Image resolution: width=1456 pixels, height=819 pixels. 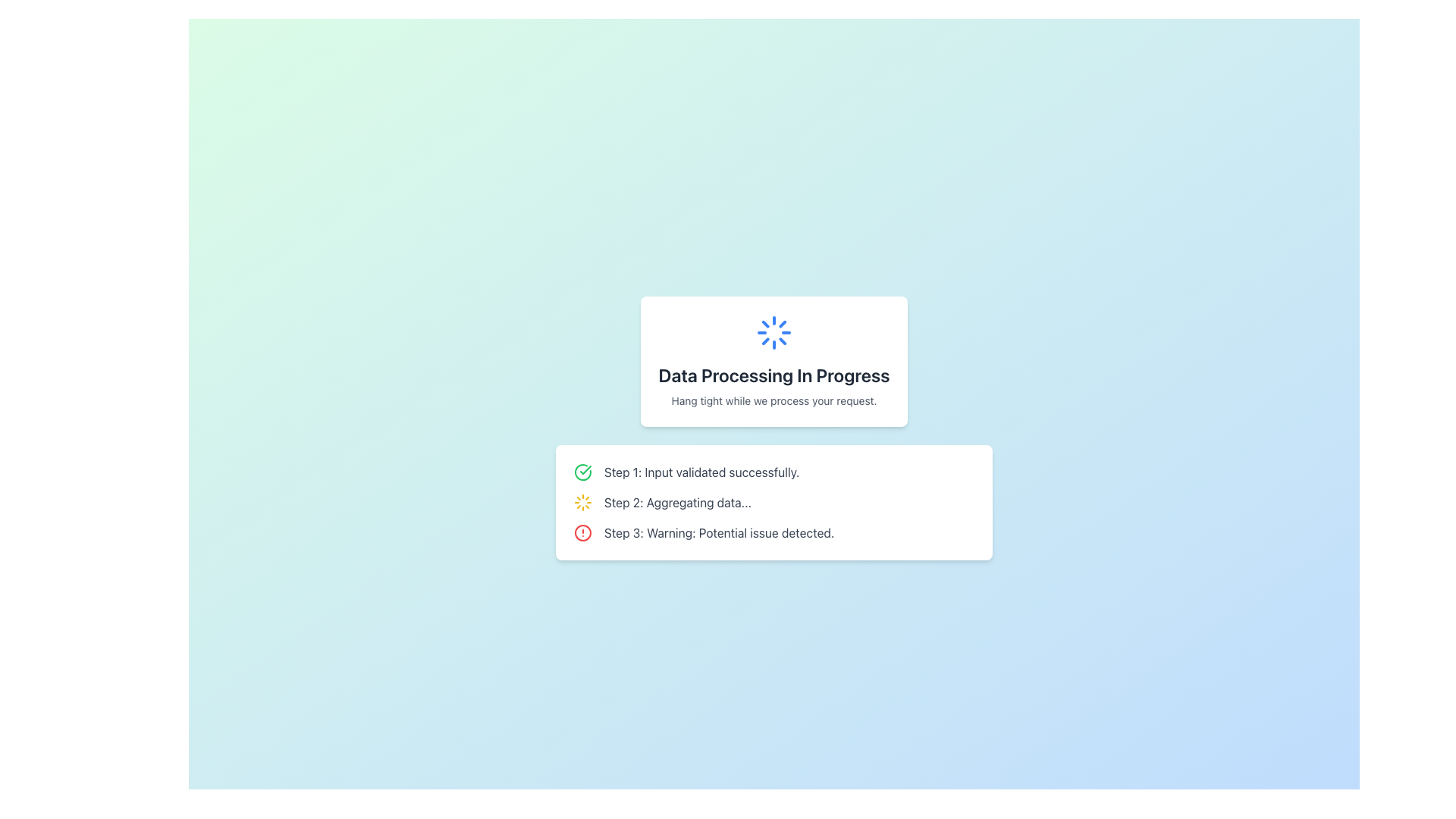 I want to click on text displayed in the bold font style as 'Step 2: Aggregating data...' located under the header 'Data Processing In Progress' in the progress step list, so click(x=676, y=503).